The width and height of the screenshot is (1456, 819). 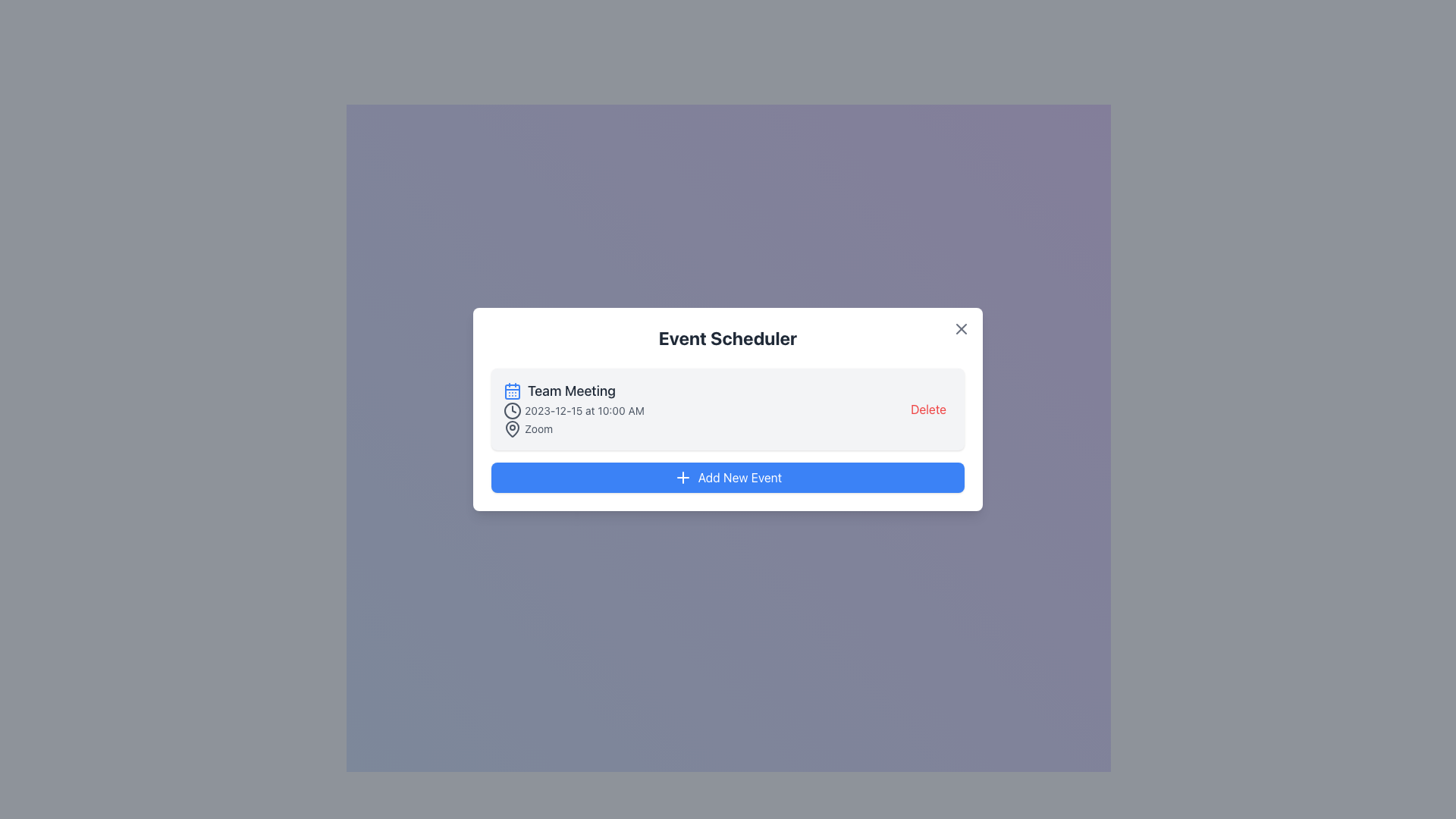 What do you see at coordinates (513, 391) in the screenshot?
I see `the calendar icon representing a specific day section within the 'Event Scheduler' modal, located to the left of the 'Team Meeting' title` at bounding box center [513, 391].